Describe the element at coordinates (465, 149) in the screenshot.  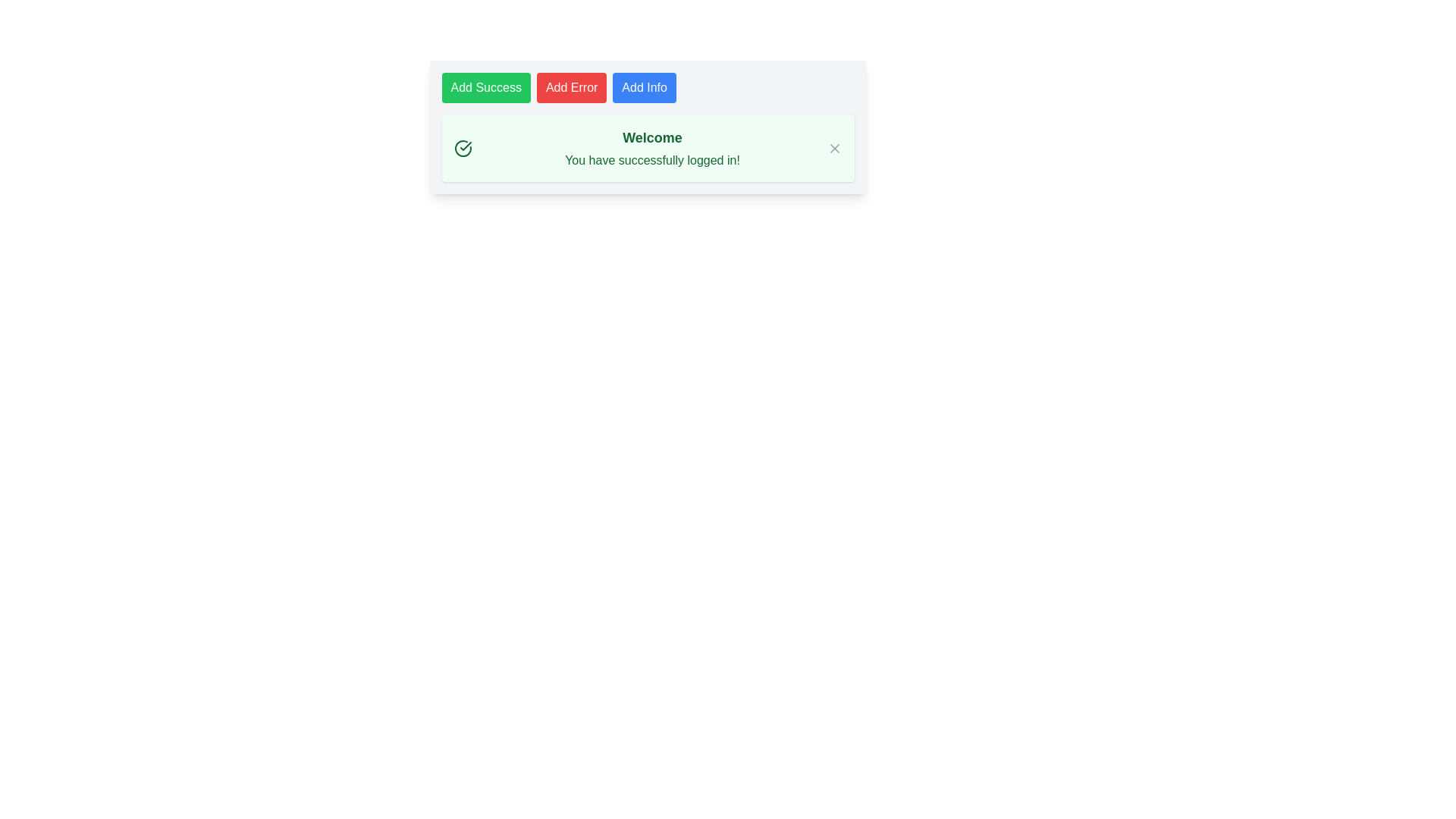
I see `the green checkmark icon within the success notification message, located adjacent to the bold text 'Welcome'` at that location.